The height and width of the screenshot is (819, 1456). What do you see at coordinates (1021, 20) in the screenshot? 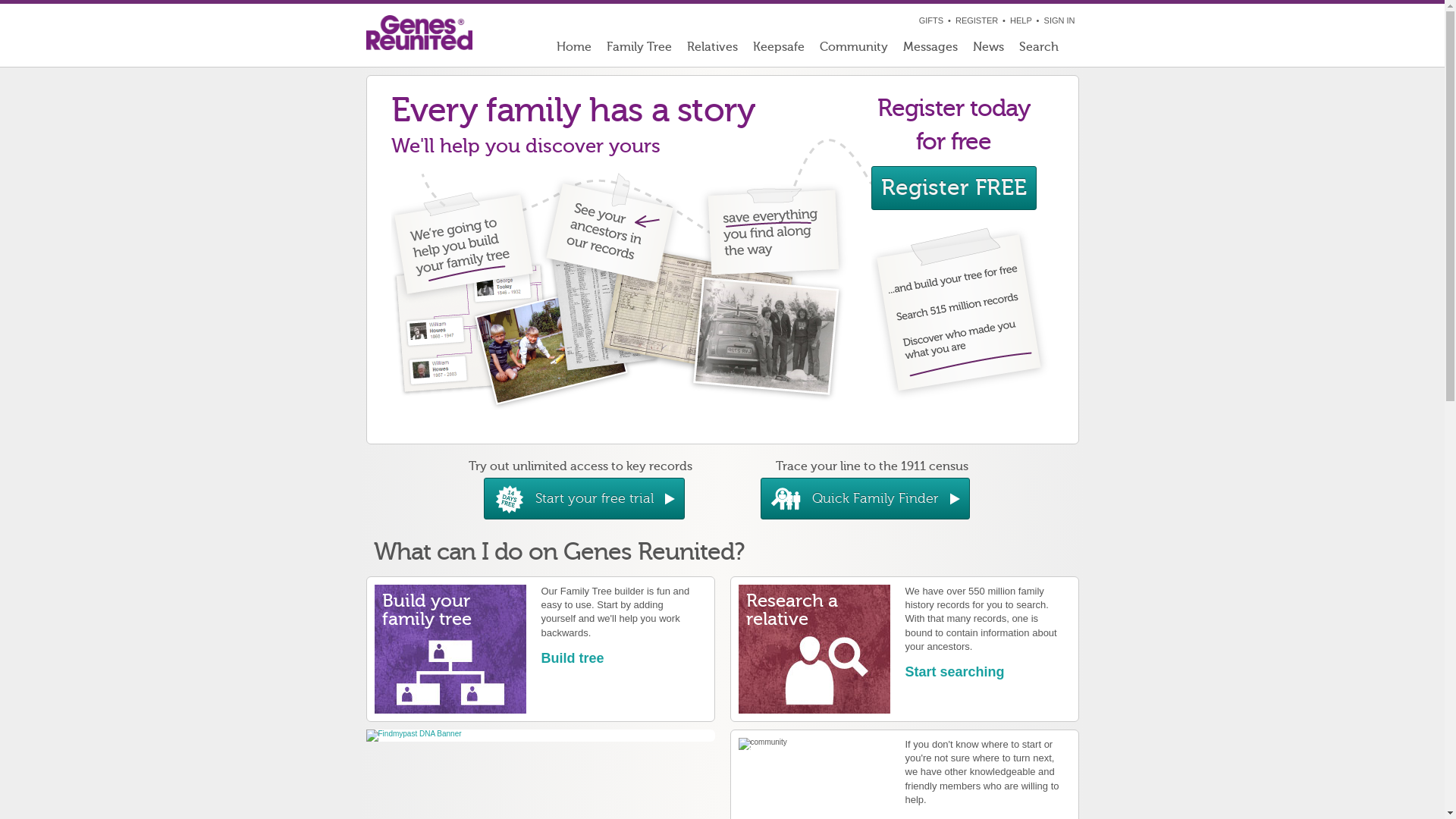
I see `'HELP'` at bounding box center [1021, 20].